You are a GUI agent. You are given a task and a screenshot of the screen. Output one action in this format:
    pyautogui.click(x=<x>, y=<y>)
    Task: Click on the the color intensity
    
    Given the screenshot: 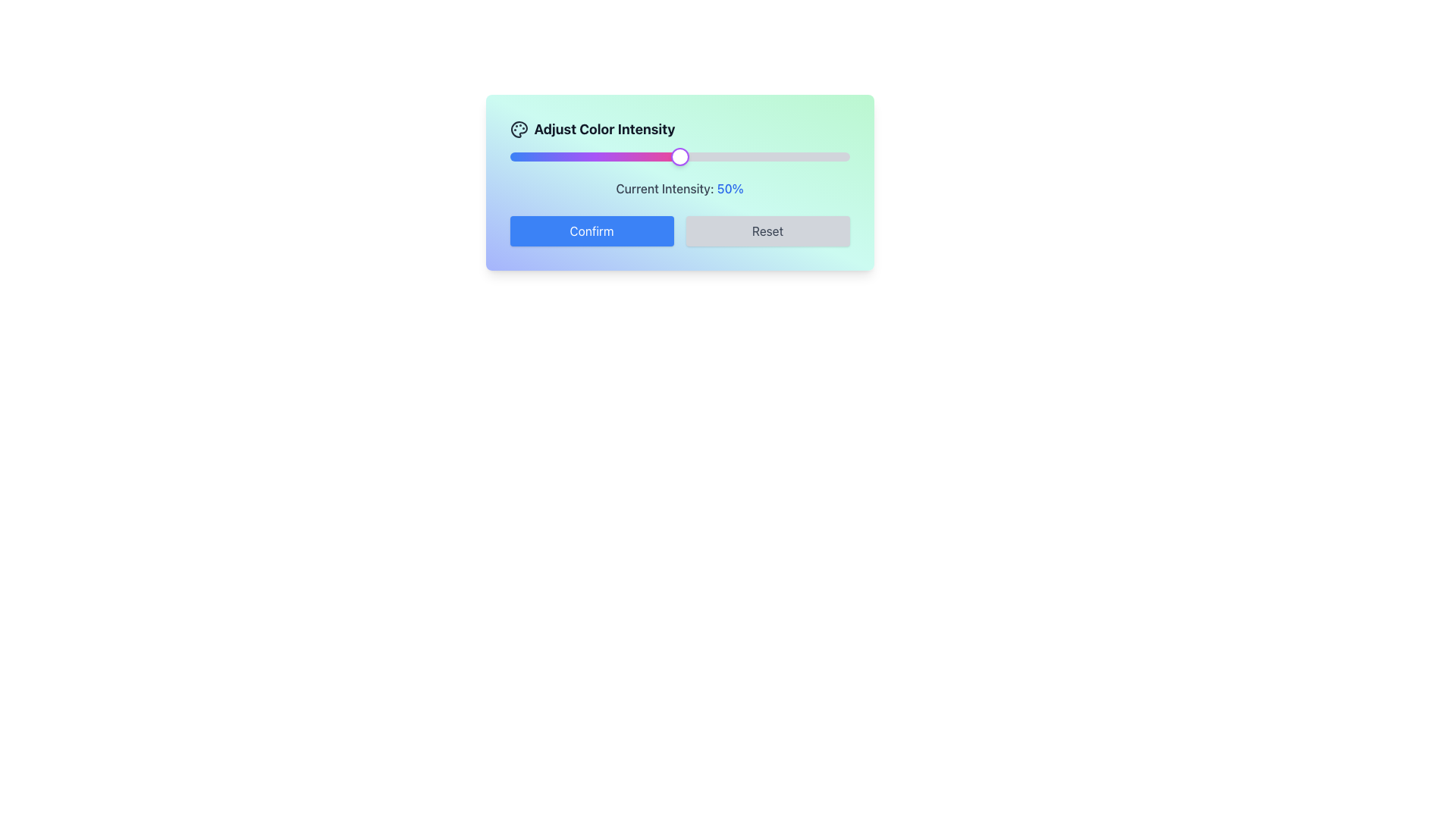 What is the action you would take?
    pyautogui.click(x=659, y=157)
    